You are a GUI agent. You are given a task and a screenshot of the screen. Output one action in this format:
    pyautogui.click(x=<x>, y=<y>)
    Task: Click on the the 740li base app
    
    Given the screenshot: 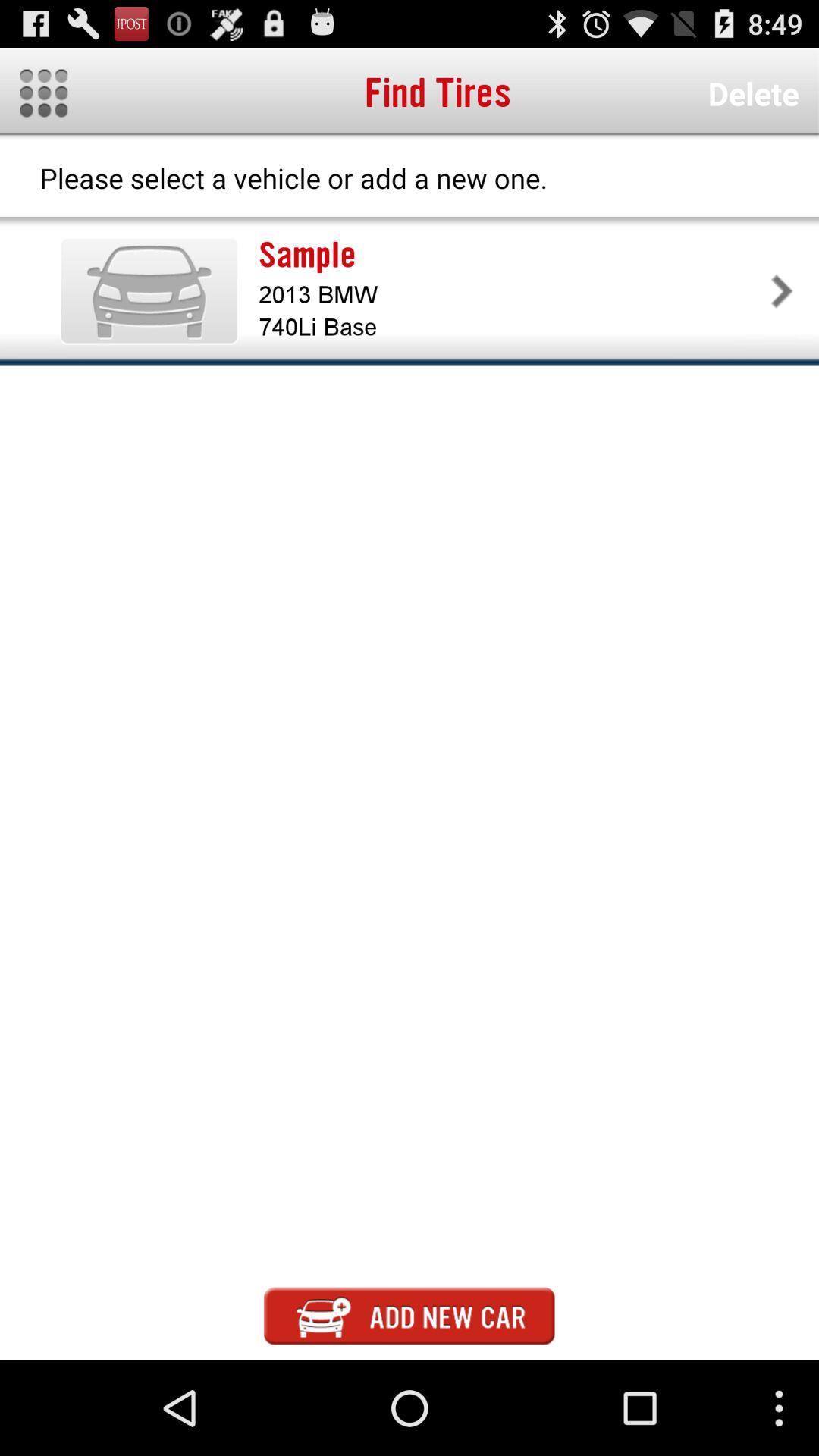 What is the action you would take?
    pyautogui.click(x=512, y=326)
    